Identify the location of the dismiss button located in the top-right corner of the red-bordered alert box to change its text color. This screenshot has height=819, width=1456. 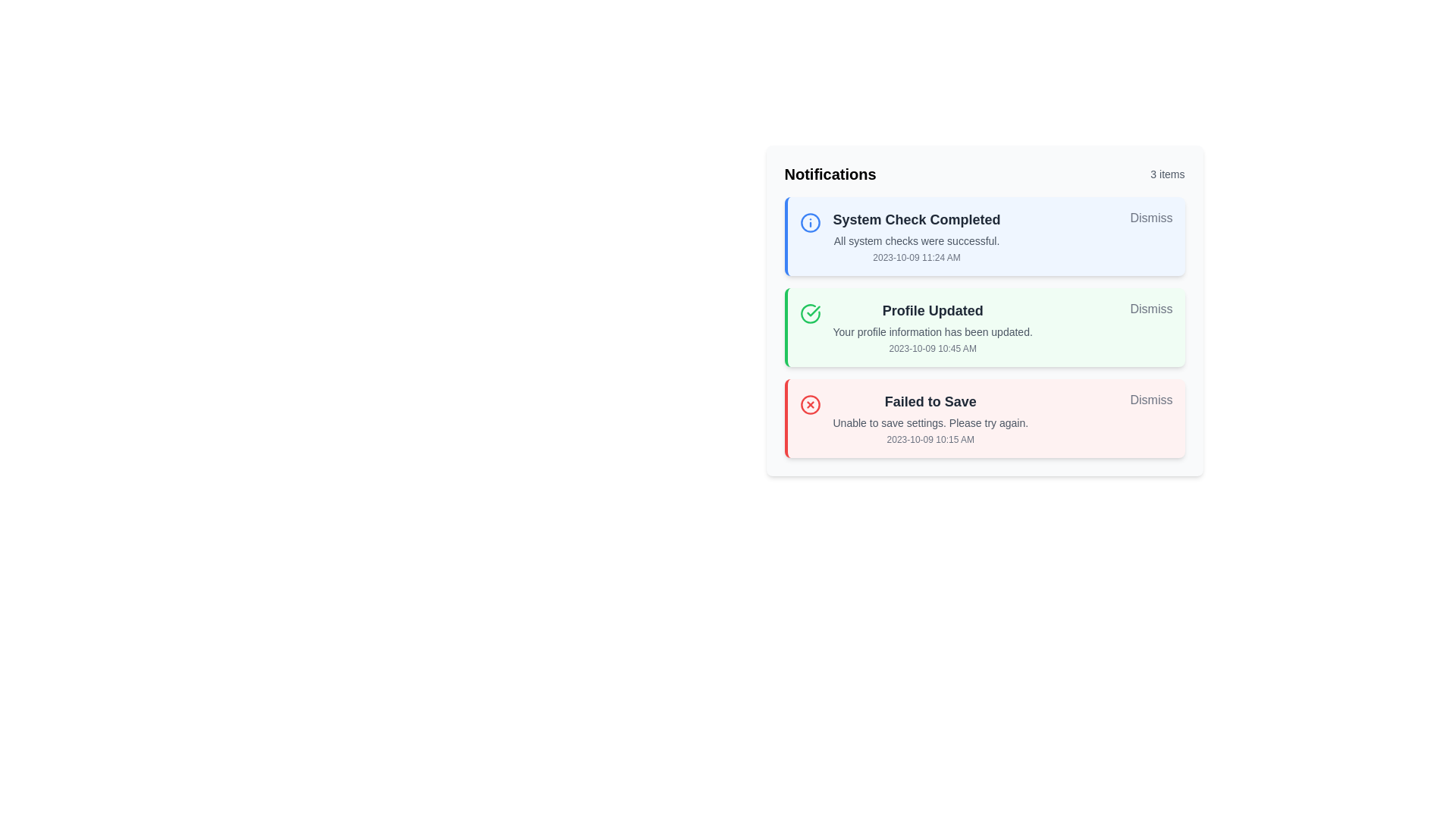
(1151, 400).